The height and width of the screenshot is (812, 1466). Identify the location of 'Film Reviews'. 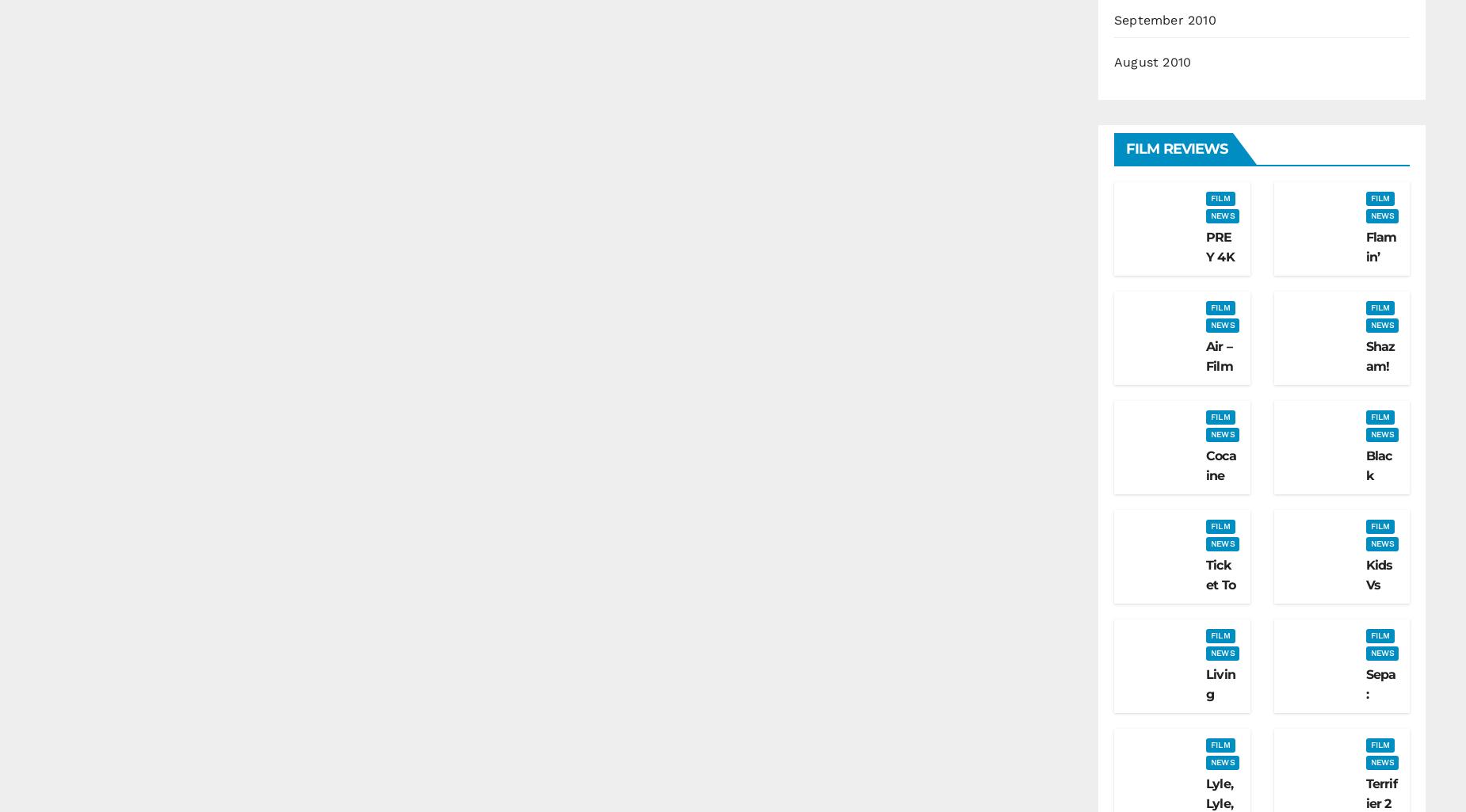
(1176, 148).